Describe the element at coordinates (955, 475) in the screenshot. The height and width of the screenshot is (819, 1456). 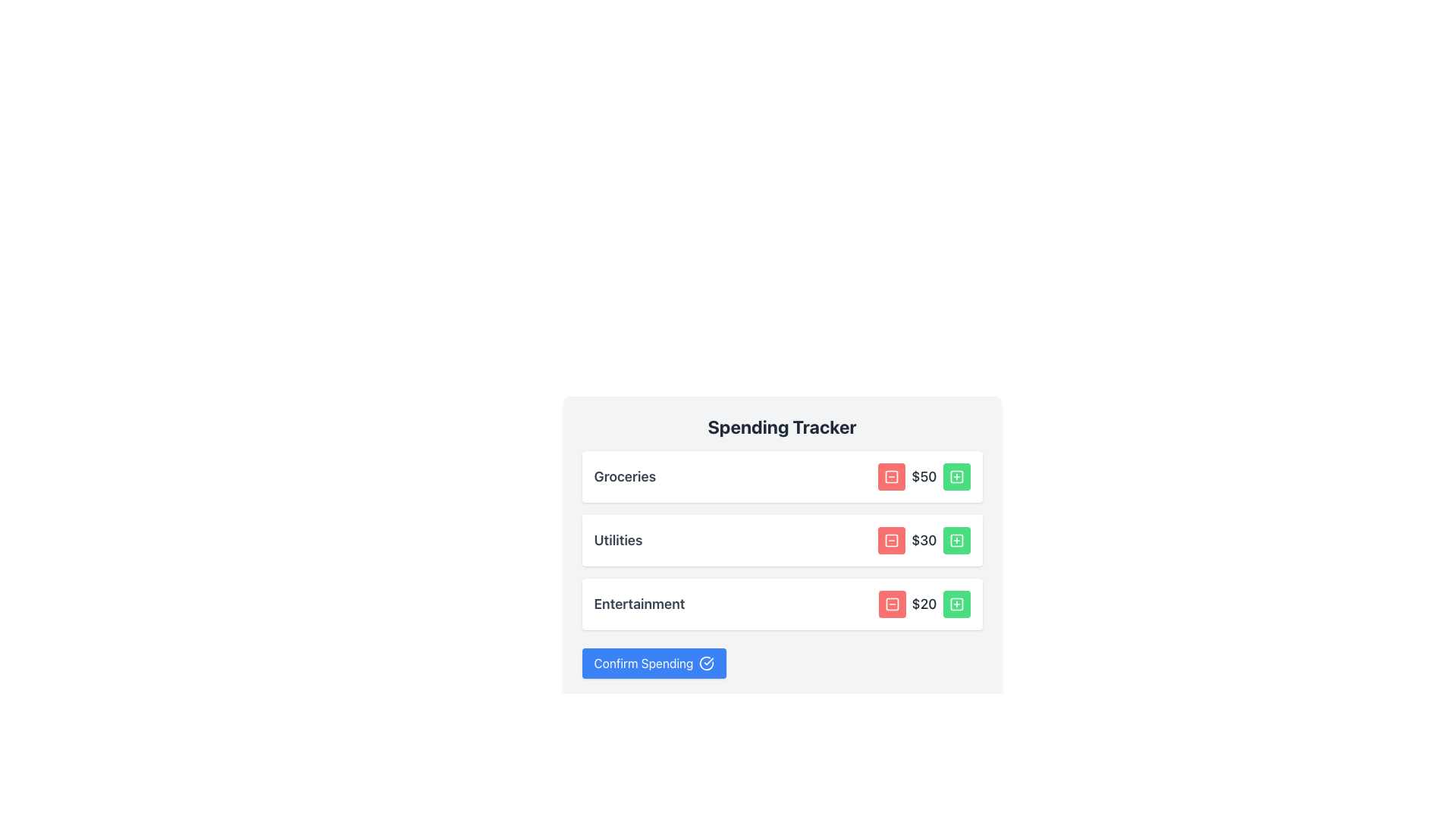
I see `the button located on the right side of the first row in the 'Groceries' category under the 'Spending Tracker' title` at that location.